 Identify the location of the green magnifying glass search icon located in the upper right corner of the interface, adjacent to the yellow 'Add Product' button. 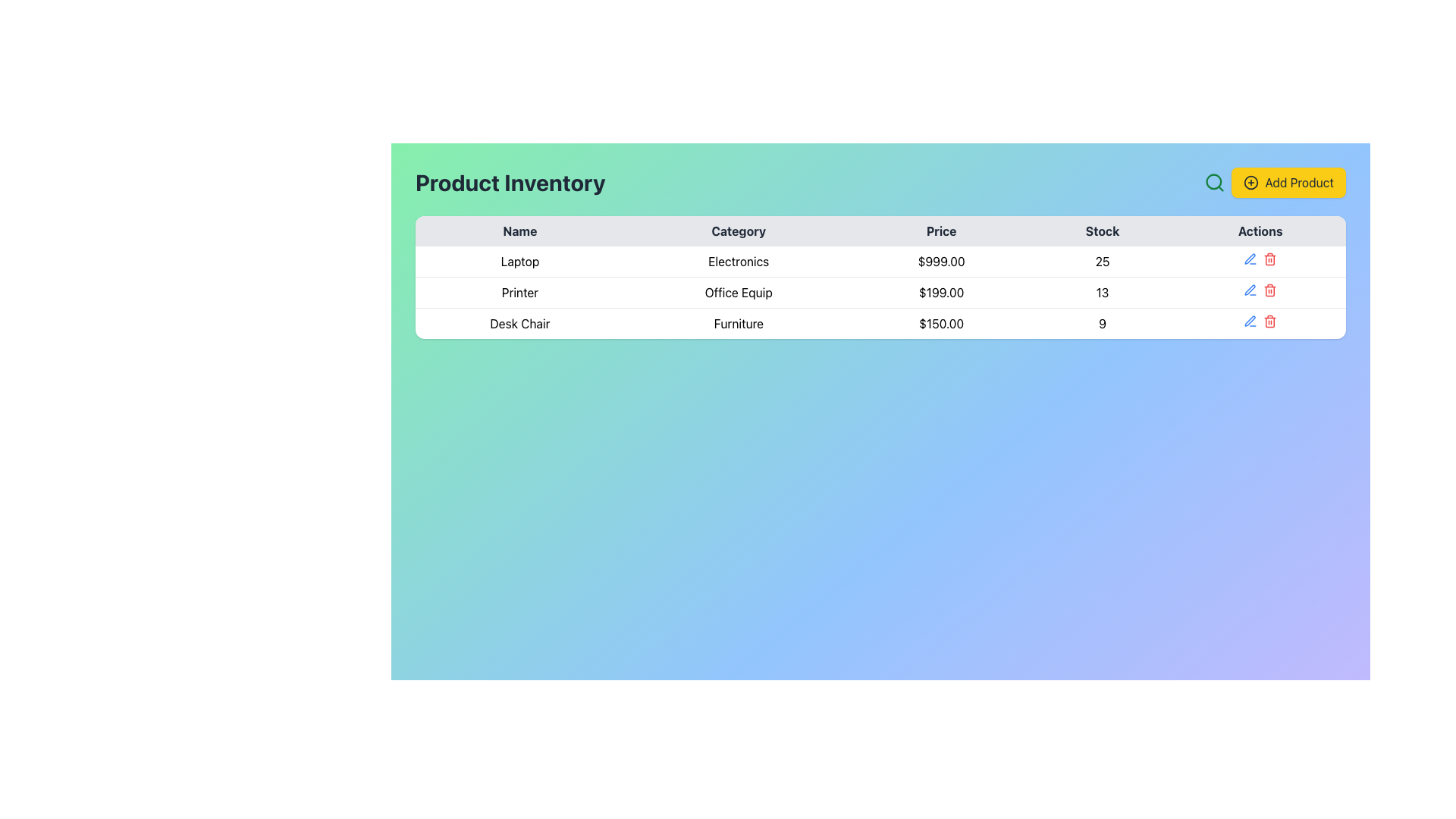
(1215, 181).